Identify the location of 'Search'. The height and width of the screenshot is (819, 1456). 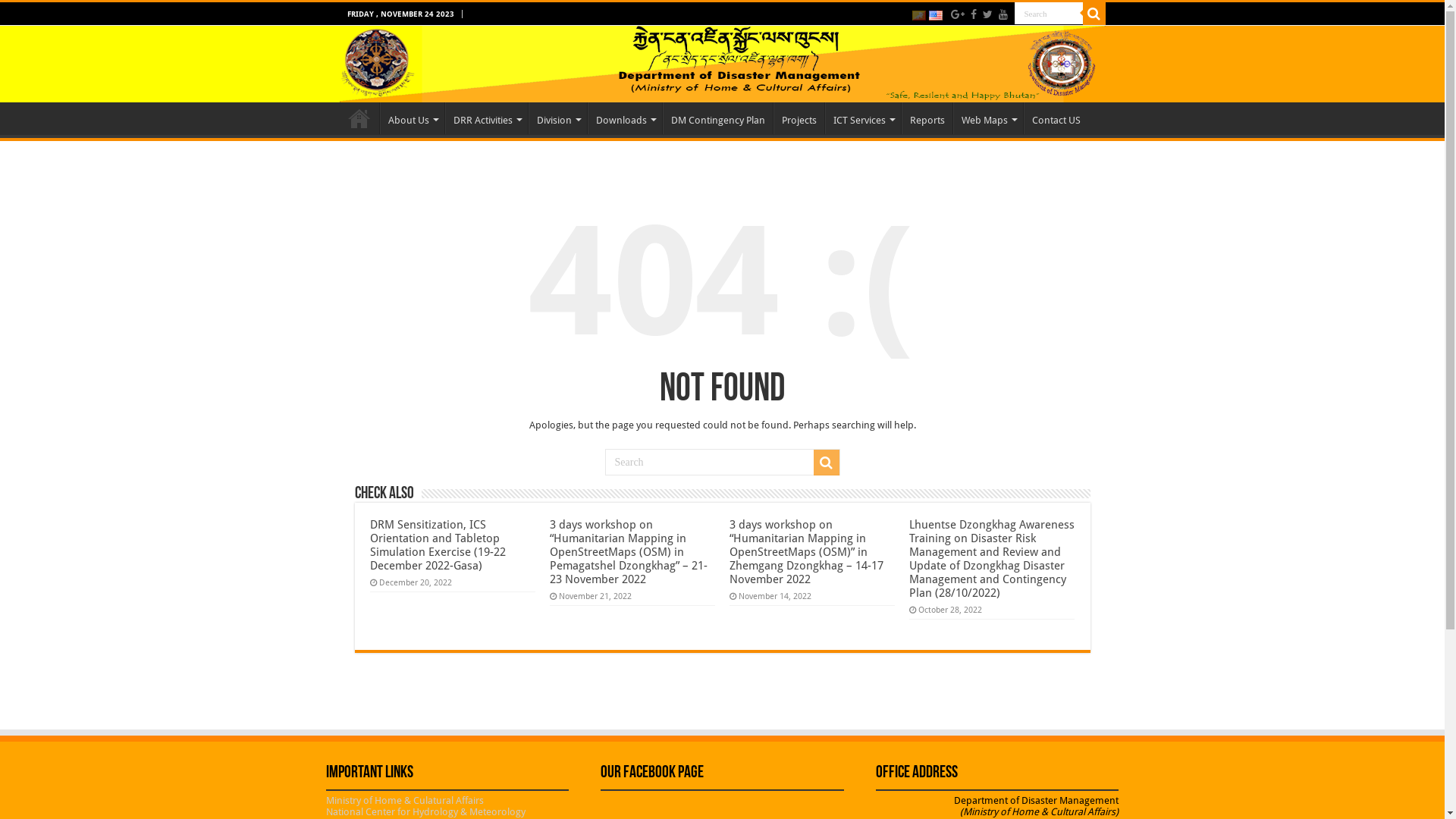
(1015, 13).